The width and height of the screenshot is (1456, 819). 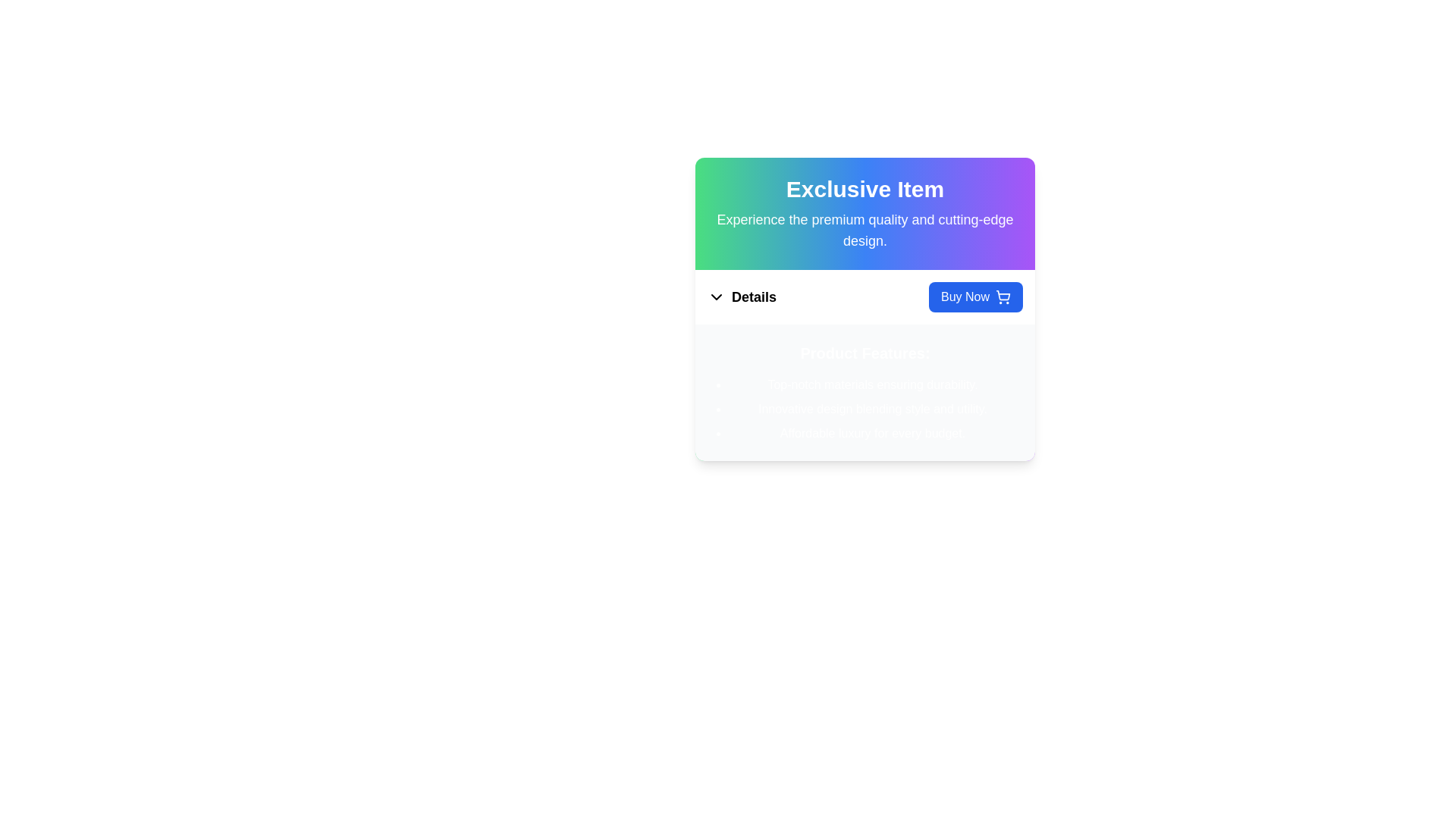 I want to click on the Header element that serves as a prominent title for the section, positioned above the description text 'Experience the premium quality and cutting-edge design.', so click(x=865, y=189).